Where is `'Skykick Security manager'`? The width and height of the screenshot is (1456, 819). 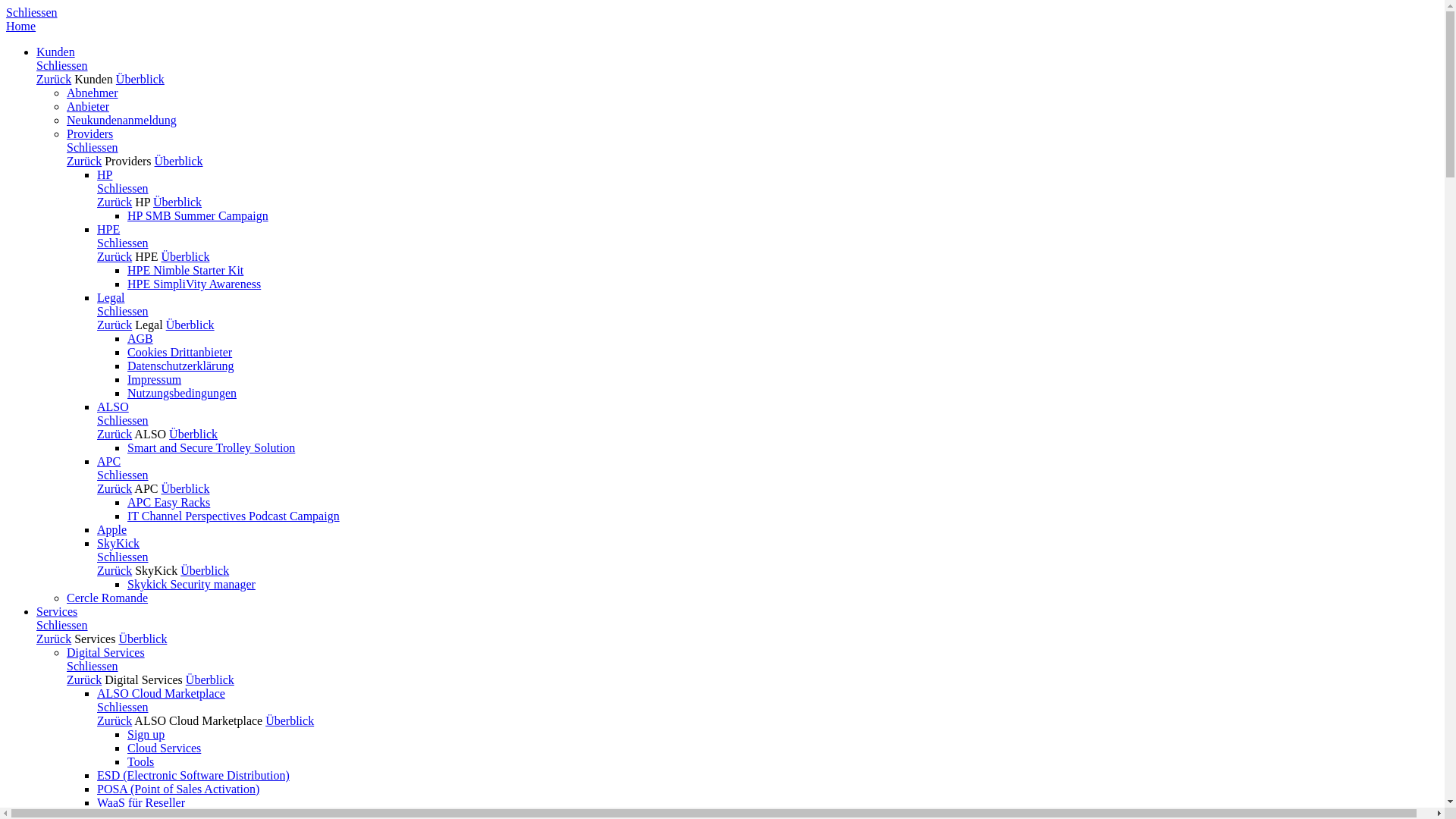
'Skykick Security manager' is located at coordinates (127, 583).